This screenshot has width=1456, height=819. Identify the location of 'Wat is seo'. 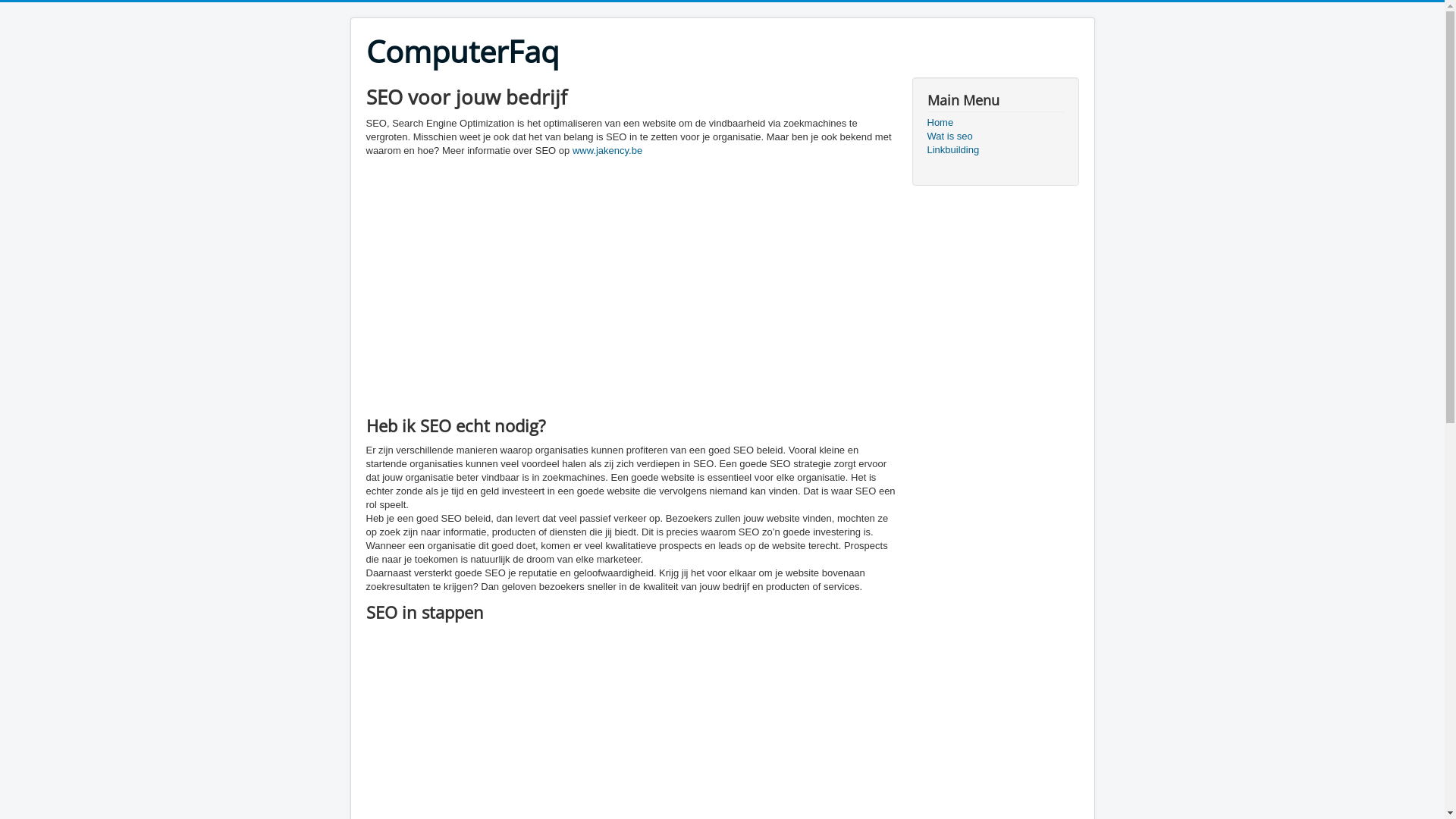
(926, 136).